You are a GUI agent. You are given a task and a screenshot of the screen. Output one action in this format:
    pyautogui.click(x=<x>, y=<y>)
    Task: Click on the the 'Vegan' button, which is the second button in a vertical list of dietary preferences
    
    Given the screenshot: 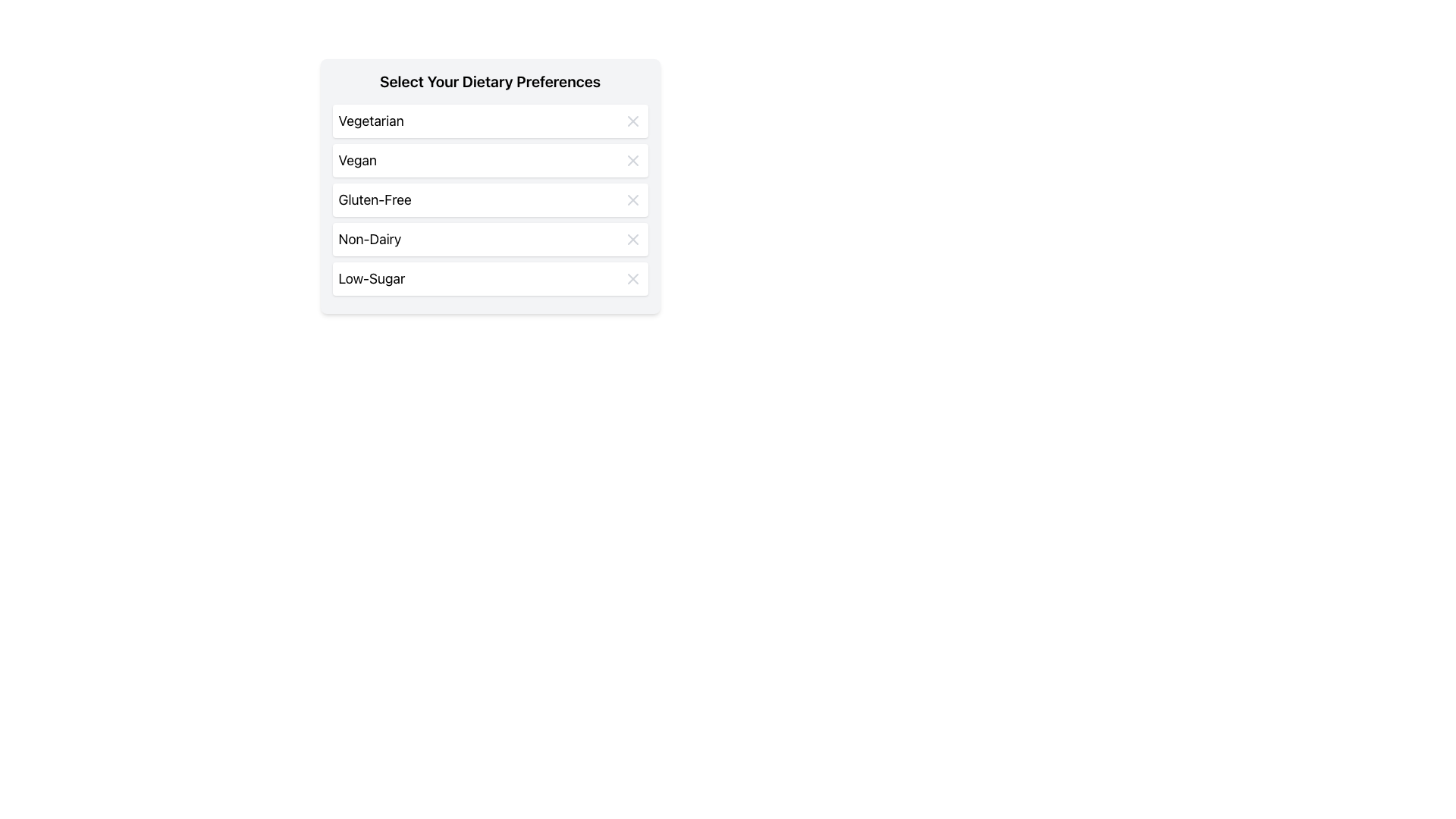 What is the action you would take?
    pyautogui.click(x=490, y=161)
    